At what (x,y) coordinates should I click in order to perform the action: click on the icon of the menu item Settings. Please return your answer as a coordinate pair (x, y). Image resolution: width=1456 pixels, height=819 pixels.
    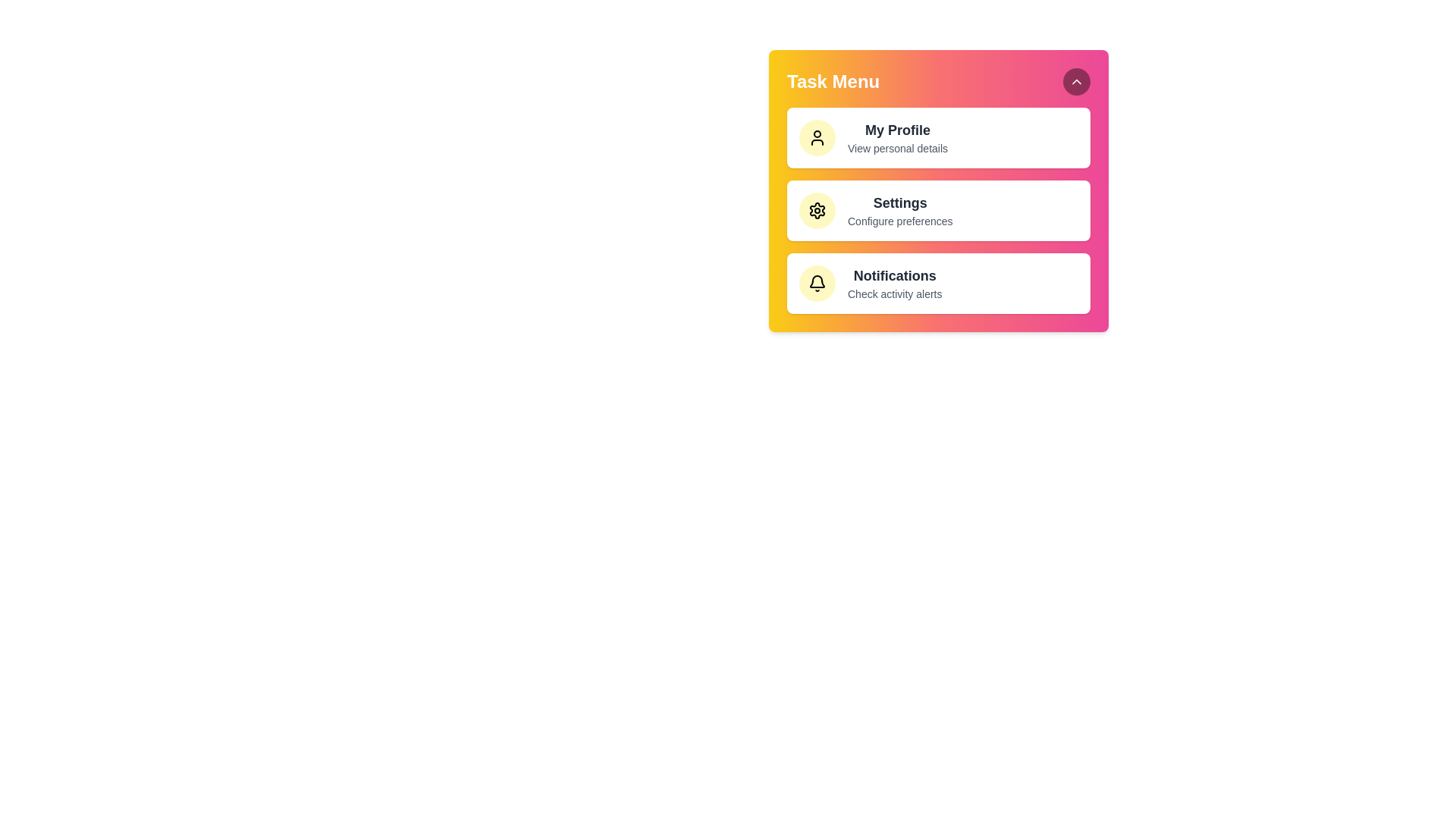
    Looking at the image, I should click on (817, 210).